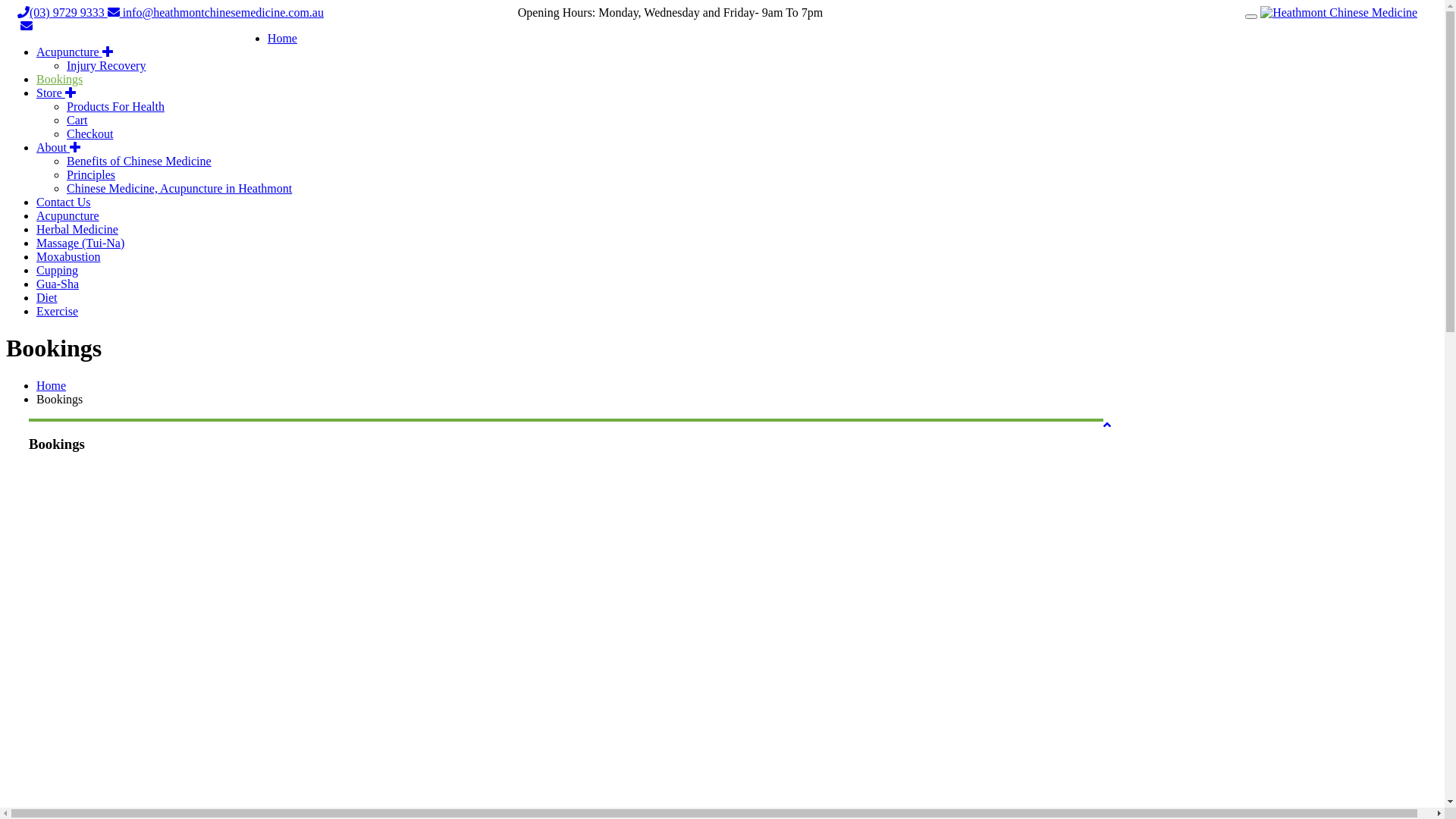 The width and height of the screenshot is (1456, 819). What do you see at coordinates (58, 147) in the screenshot?
I see `'About'` at bounding box center [58, 147].